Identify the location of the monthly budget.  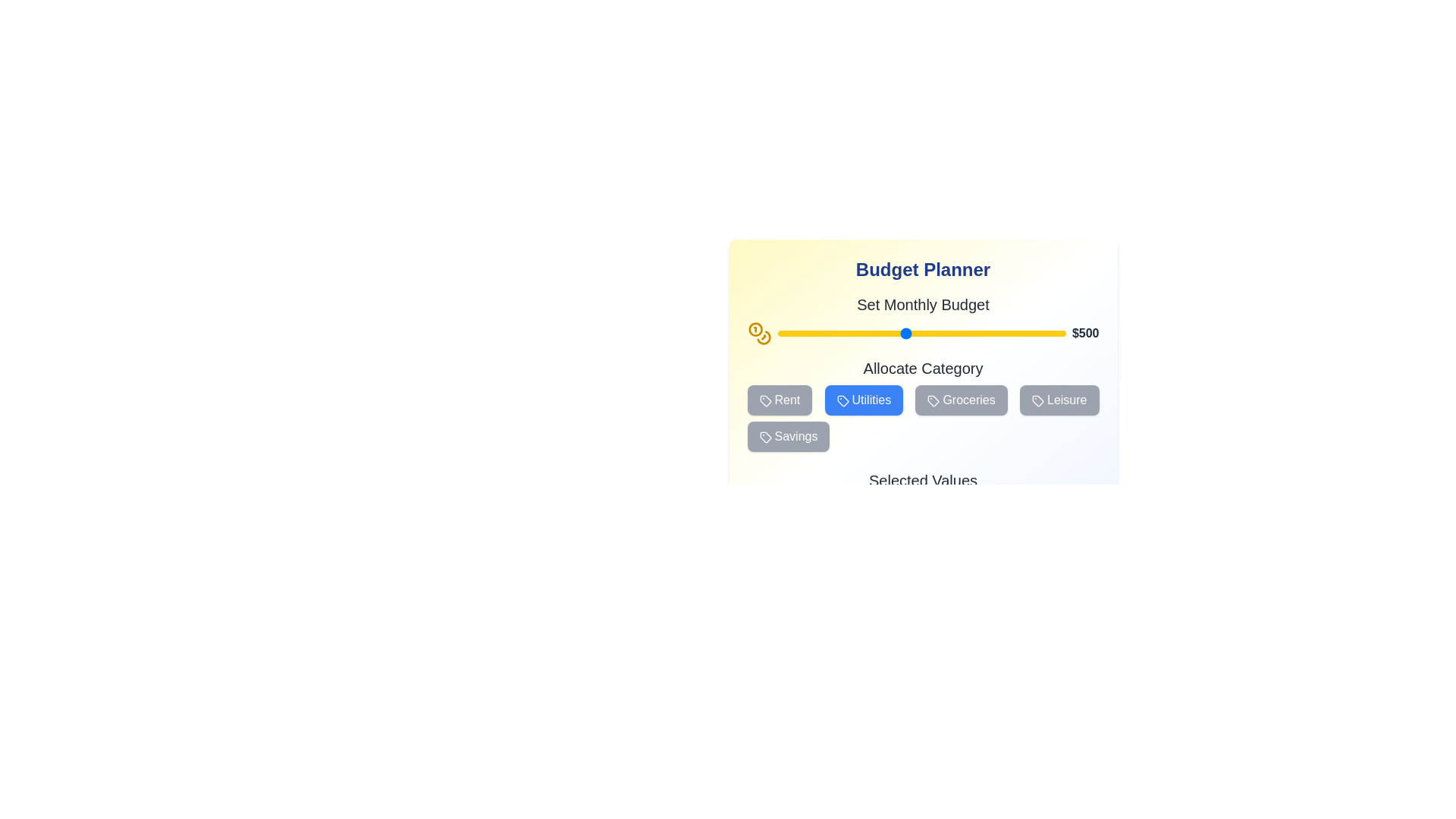
(838, 332).